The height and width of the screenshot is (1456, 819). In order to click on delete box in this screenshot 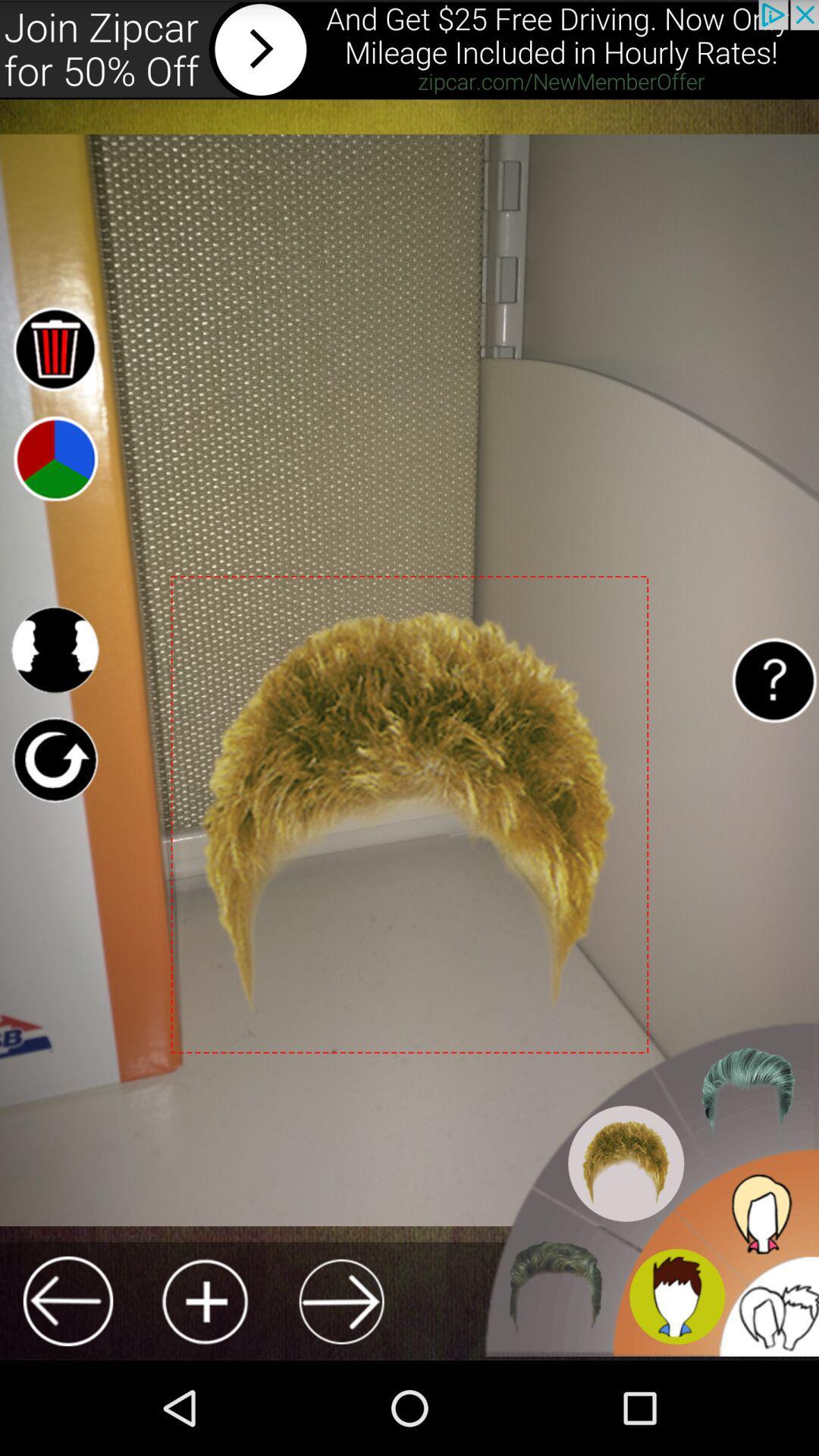, I will do `click(54, 347)`.